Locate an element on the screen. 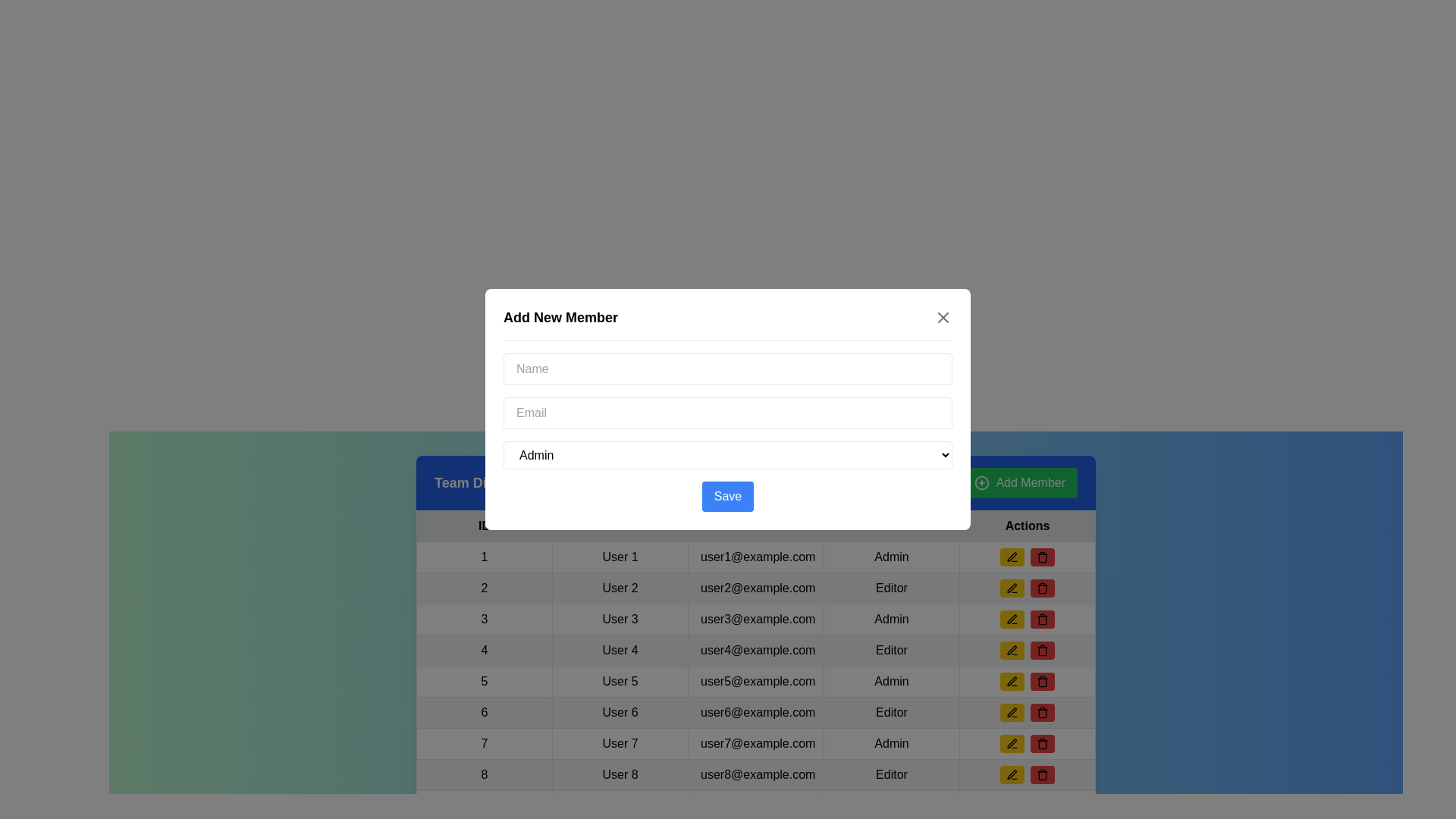 This screenshot has height=819, width=1456. the delete button with a red background and trash can icon located in the 'Actions' column next to the edit button for 'User 8' is located at coordinates (1041, 713).